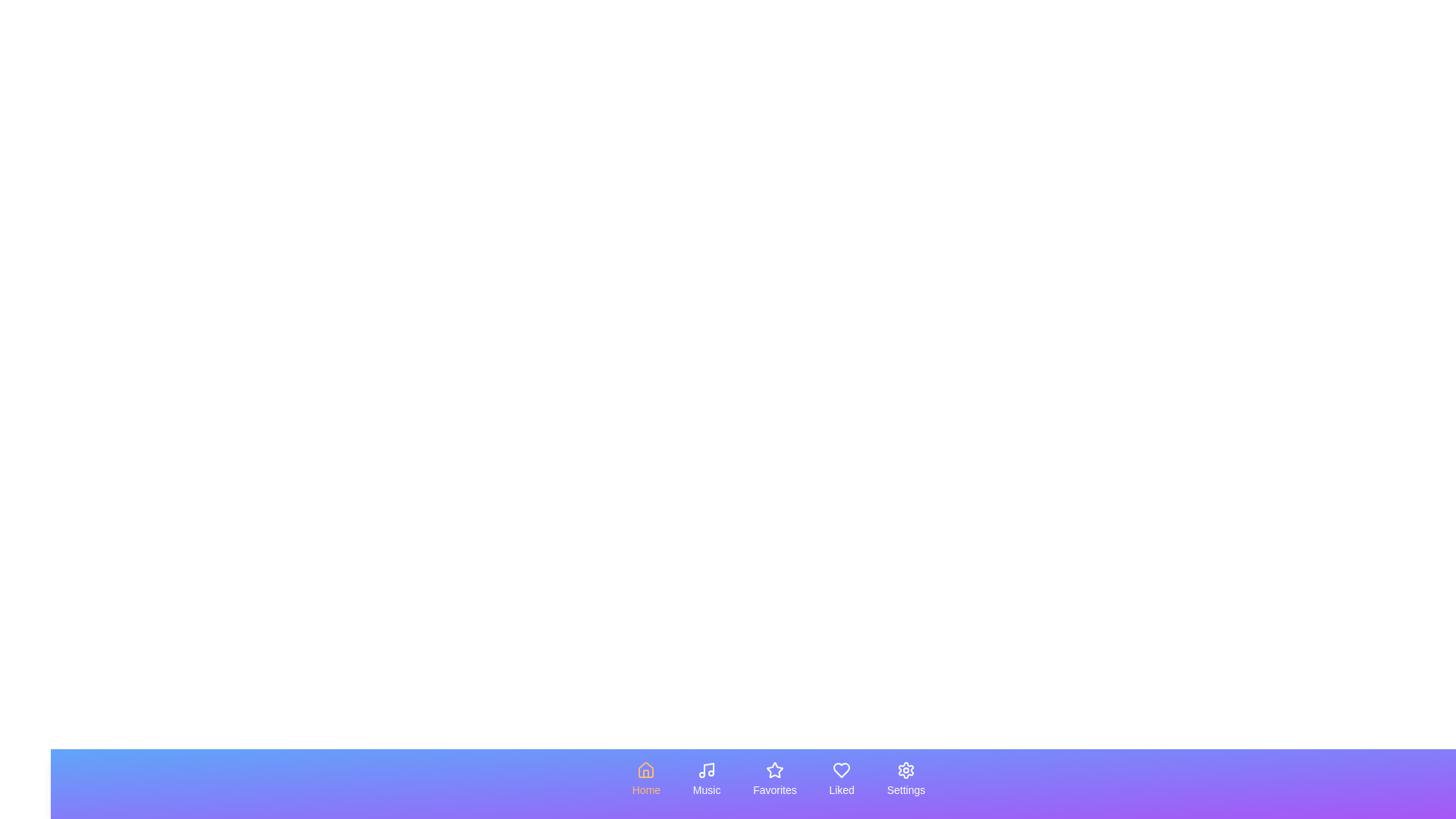  Describe the element at coordinates (705, 780) in the screenshot. I see `the tab item labeled Music to observe its hover effect` at that location.